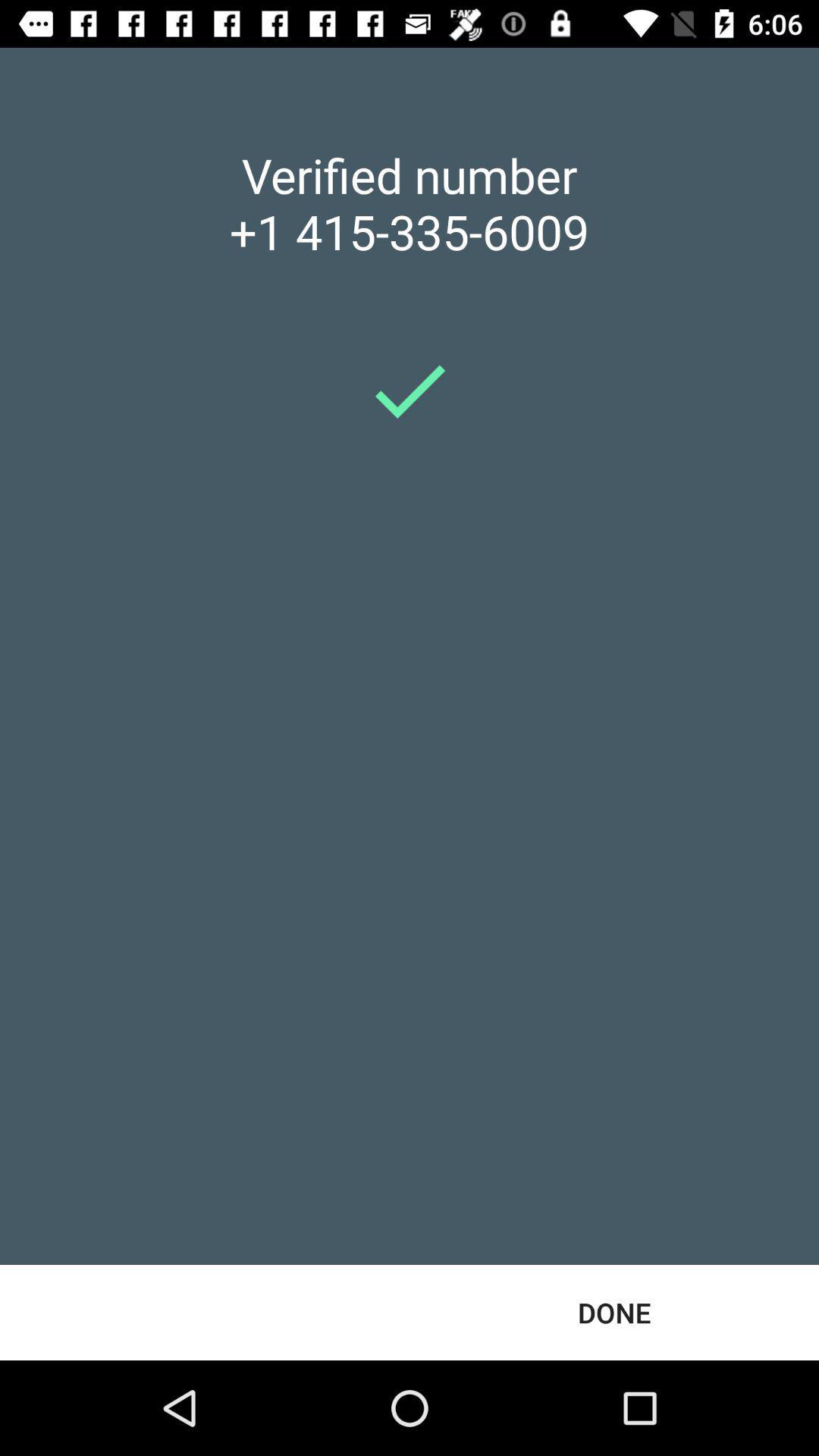 The width and height of the screenshot is (819, 1456). Describe the element at coordinates (614, 1312) in the screenshot. I see `done item` at that location.